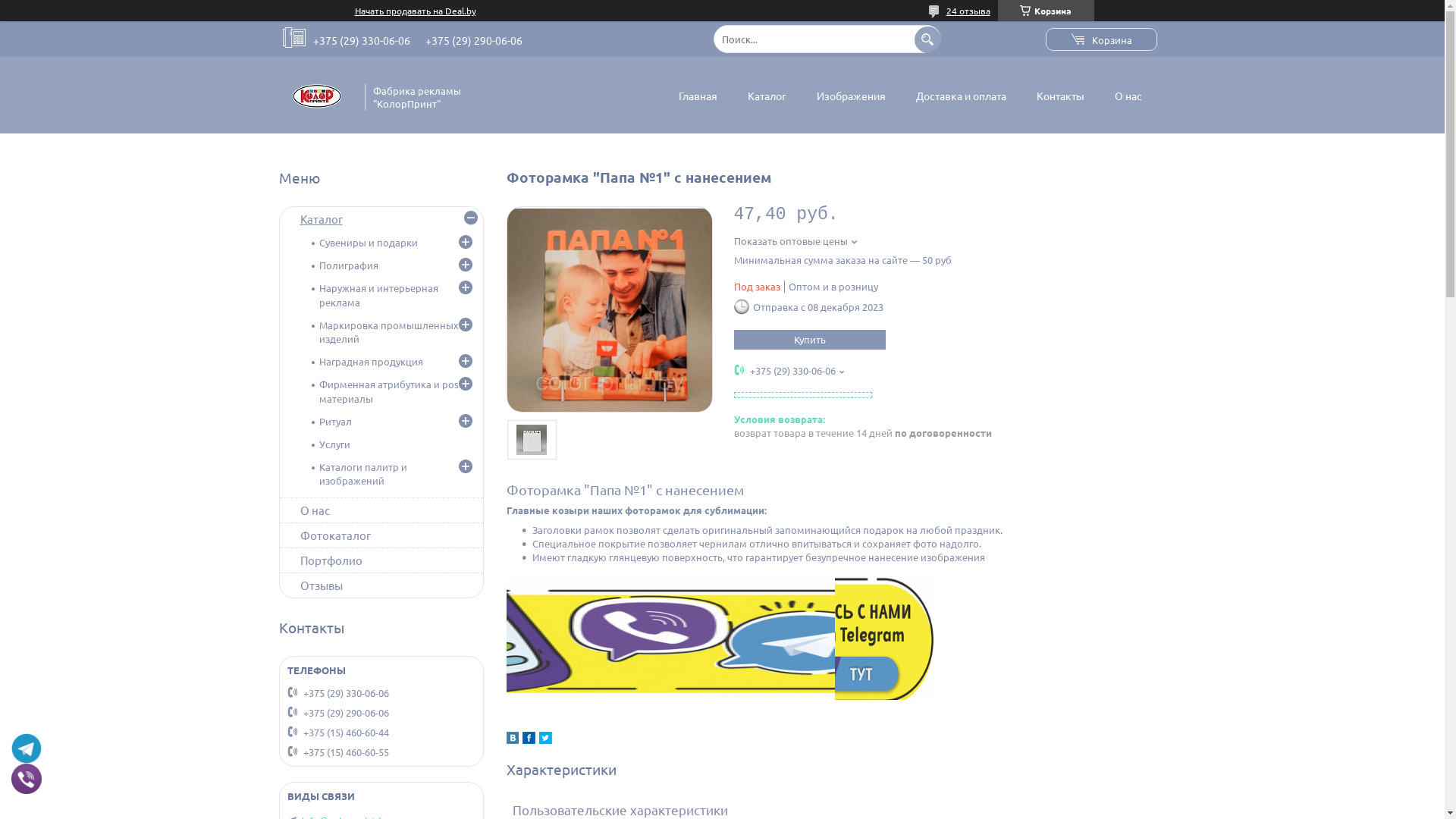 Image resolution: width=1456 pixels, height=819 pixels. I want to click on 'twitter', so click(544, 739).